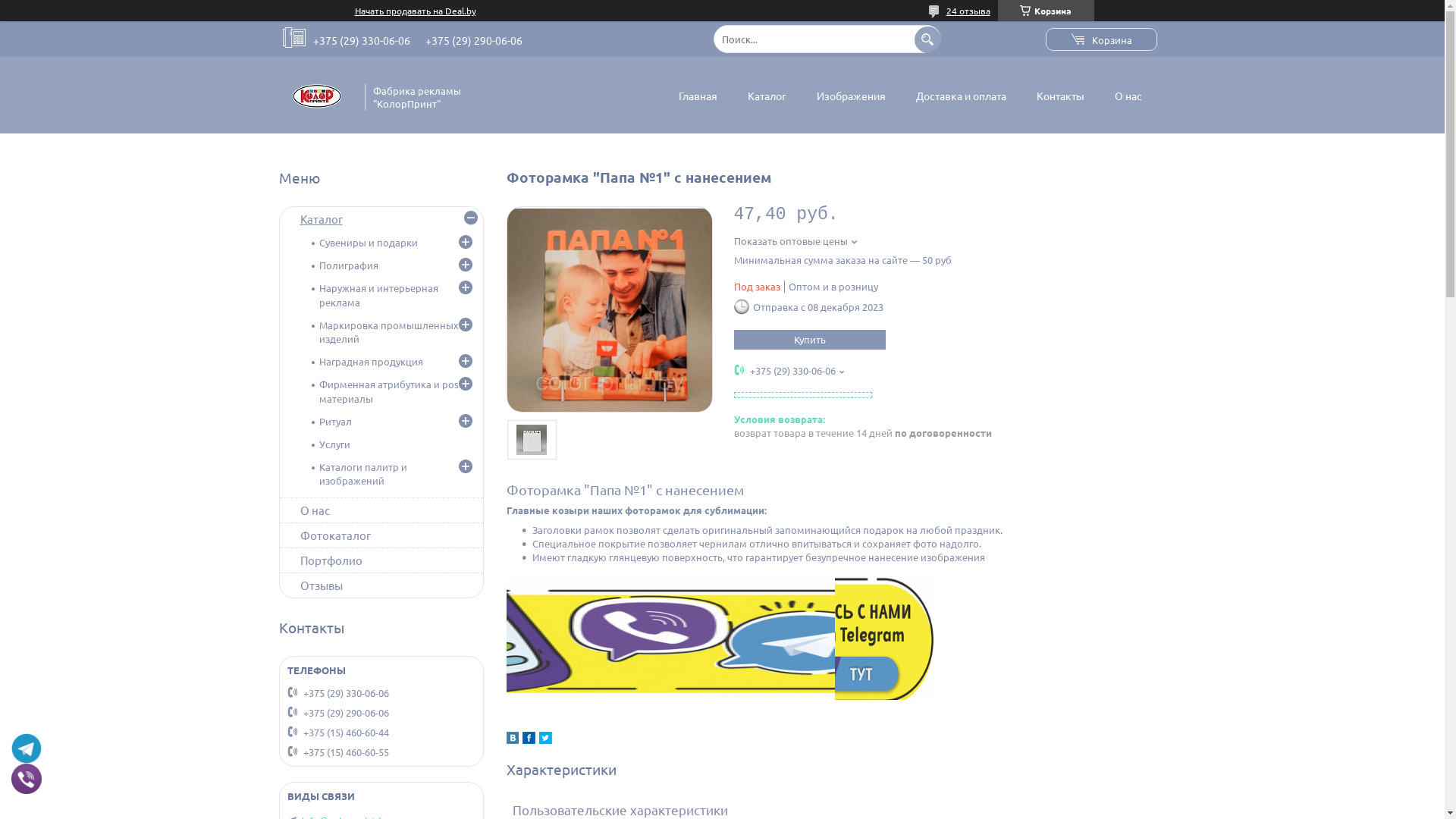 Image resolution: width=1456 pixels, height=819 pixels. I want to click on 'twitter', so click(544, 739).